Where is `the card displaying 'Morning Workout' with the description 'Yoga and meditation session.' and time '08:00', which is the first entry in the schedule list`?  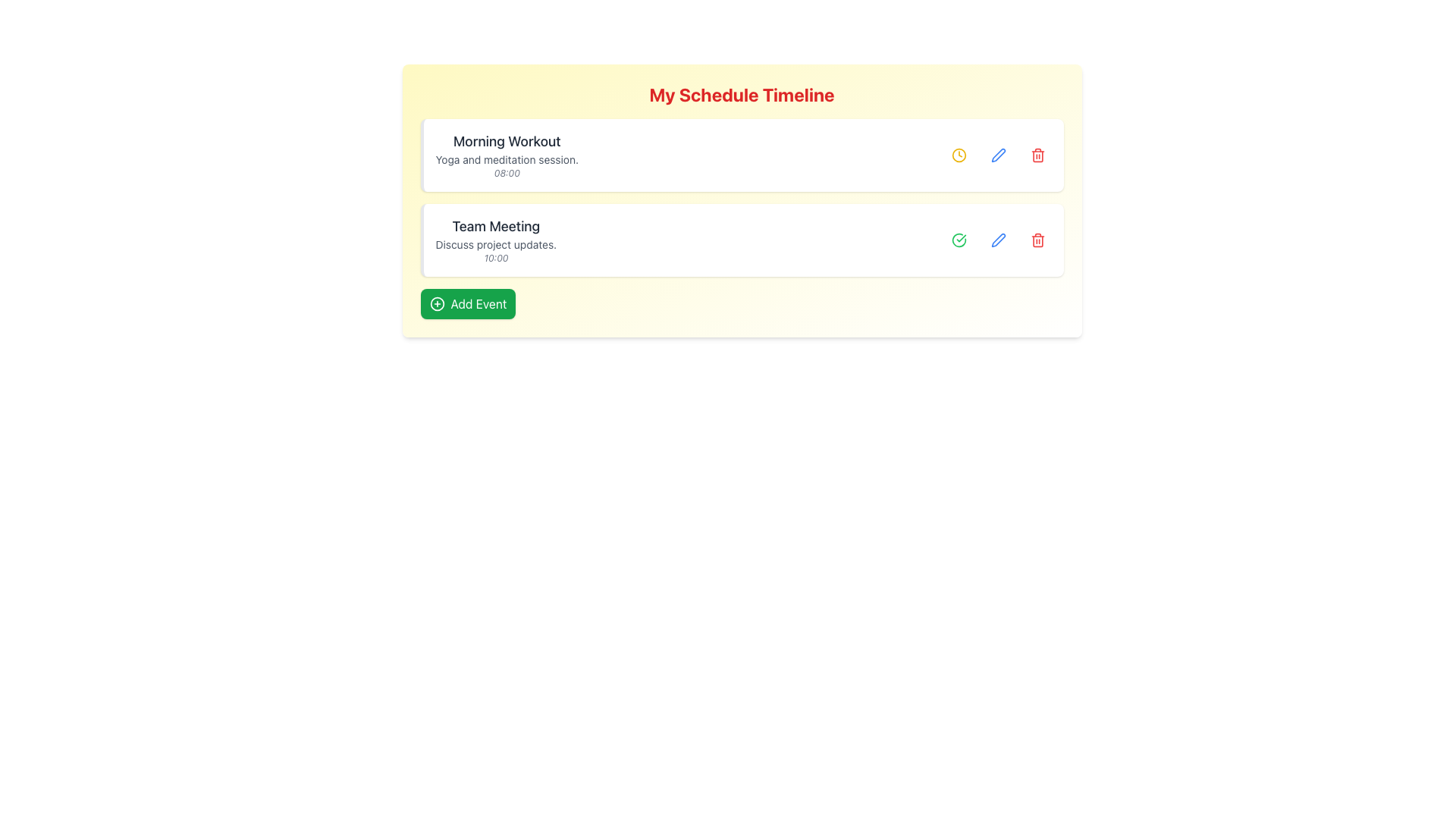 the card displaying 'Morning Workout' with the description 'Yoga and meditation session.' and time '08:00', which is the first entry in the schedule list is located at coordinates (507, 155).